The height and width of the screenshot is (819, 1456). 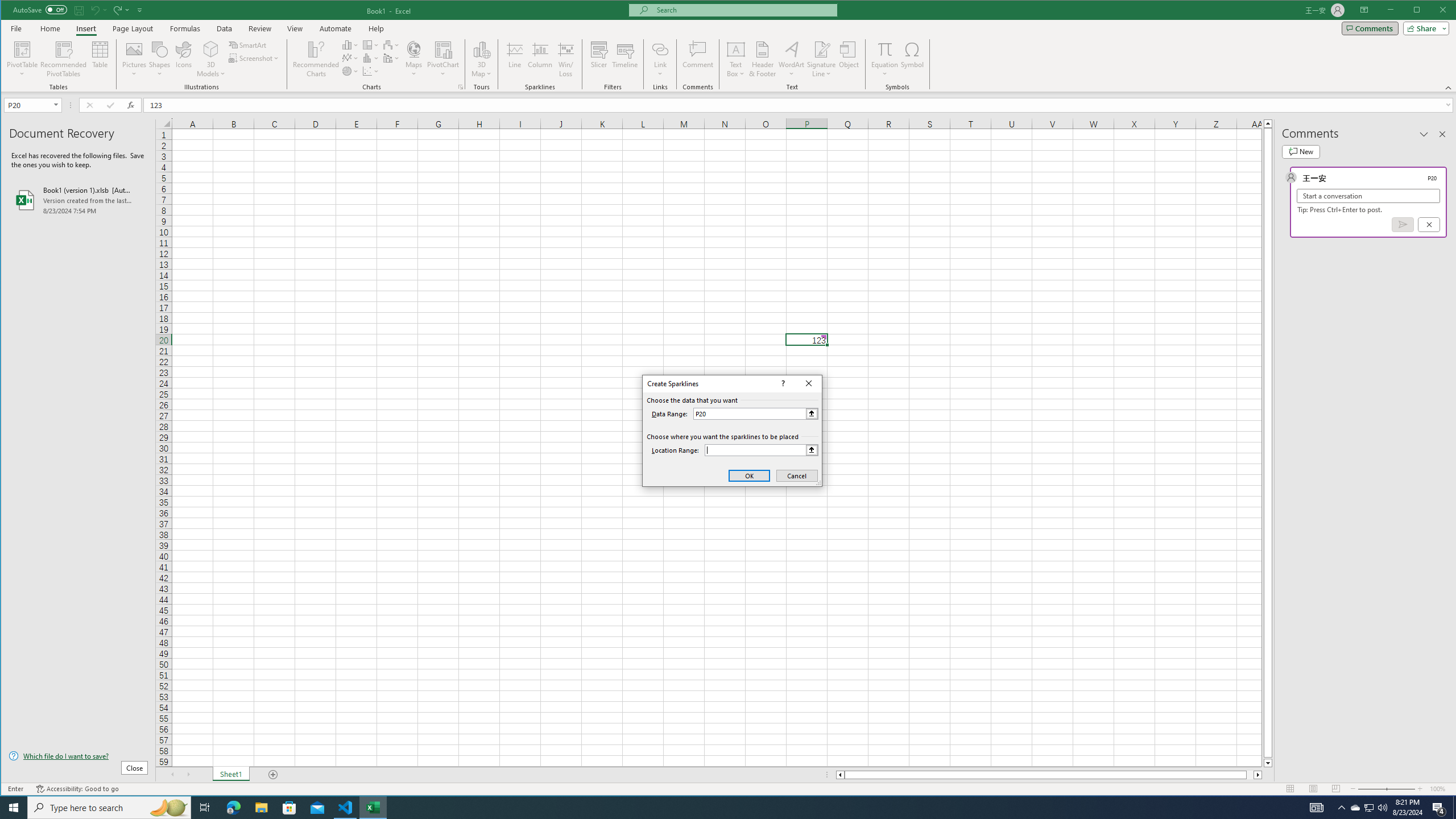 What do you see at coordinates (391, 58) in the screenshot?
I see `'Insert Combo Chart'` at bounding box center [391, 58].